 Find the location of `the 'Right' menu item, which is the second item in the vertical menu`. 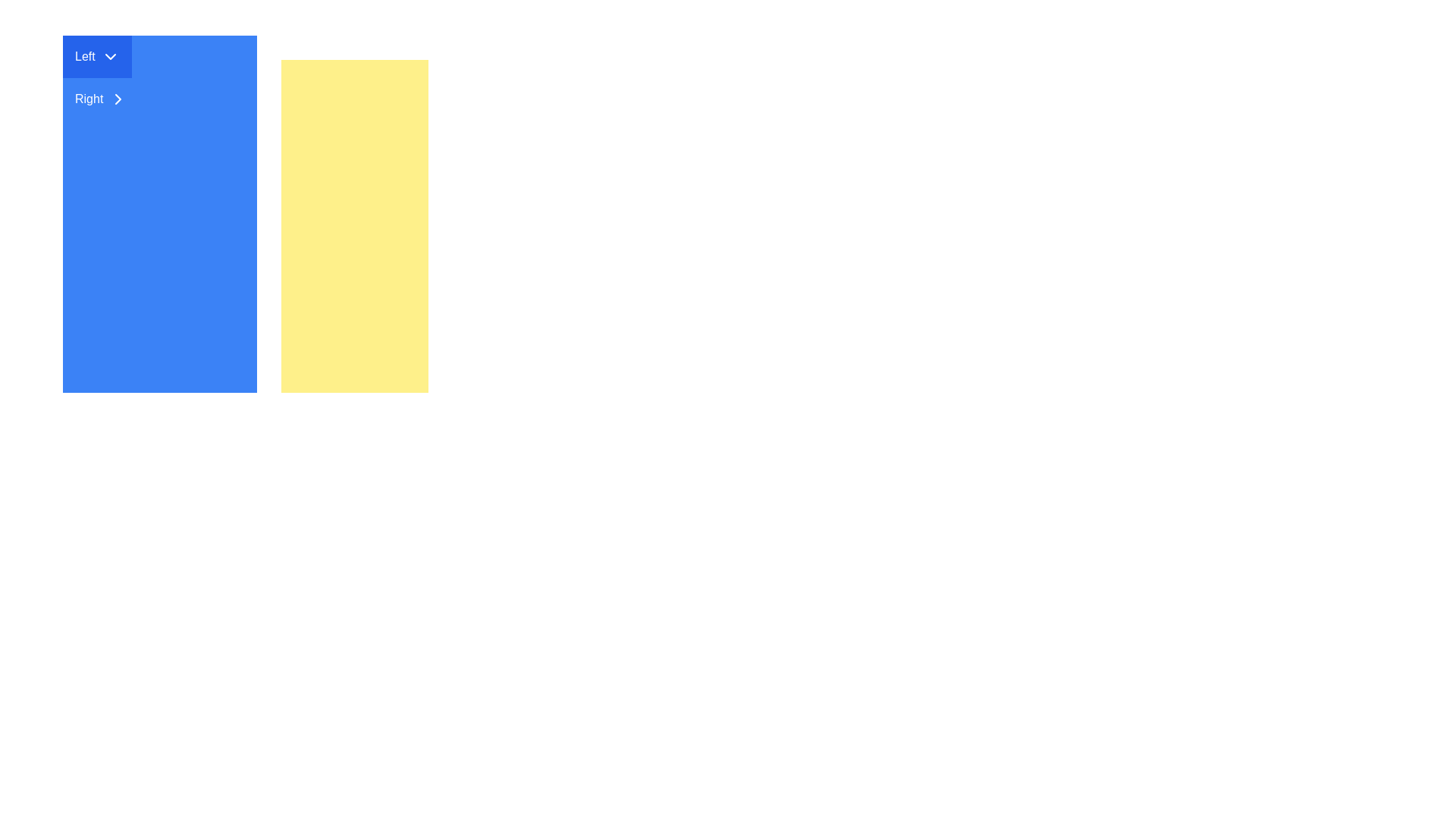

the 'Right' menu item, which is the second item in the vertical menu is located at coordinates (100, 99).